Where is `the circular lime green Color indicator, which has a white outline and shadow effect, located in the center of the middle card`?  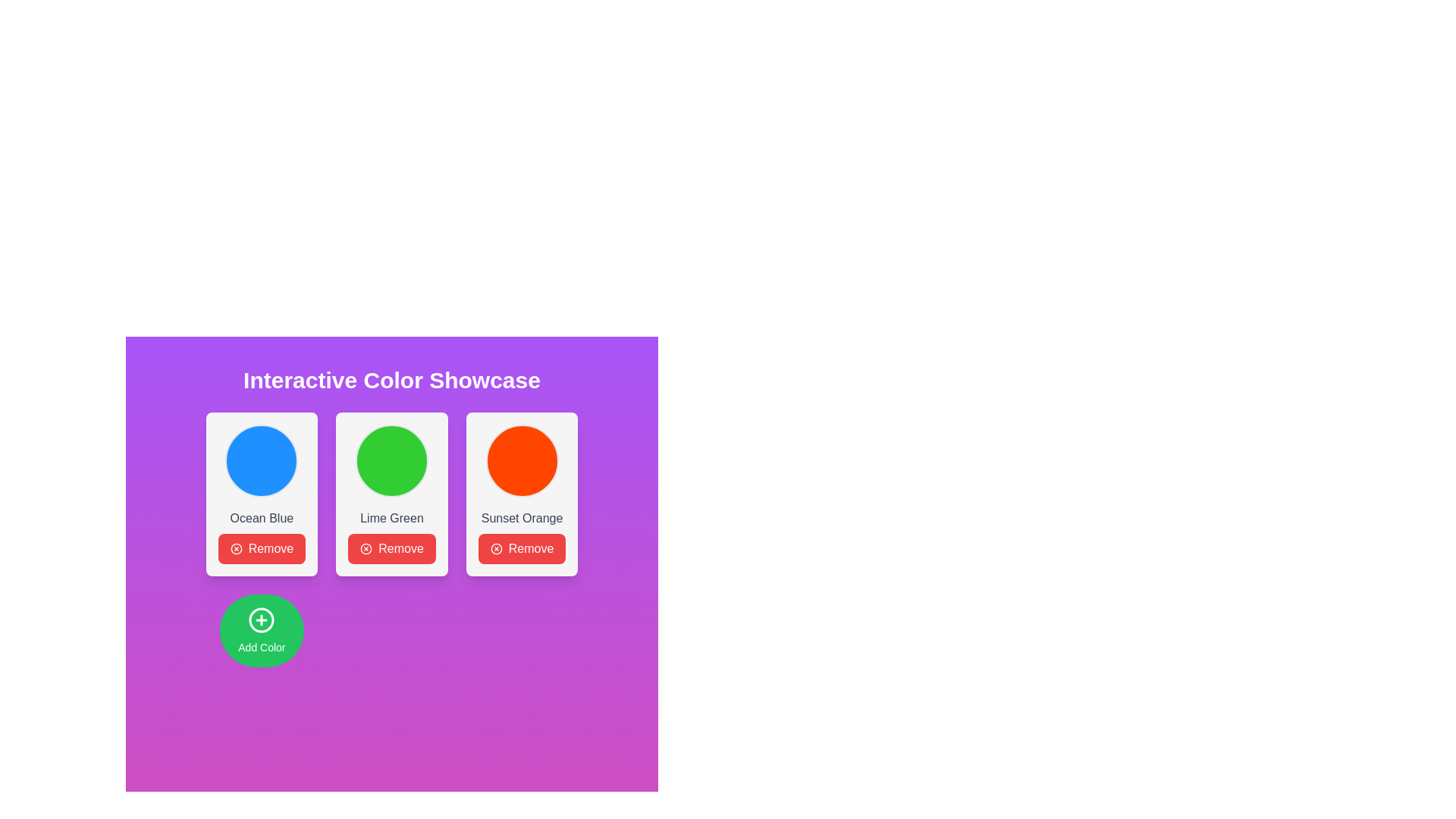
the circular lime green Color indicator, which has a white outline and shadow effect, located in the center of the middle card is located at coordinates (392, 460).